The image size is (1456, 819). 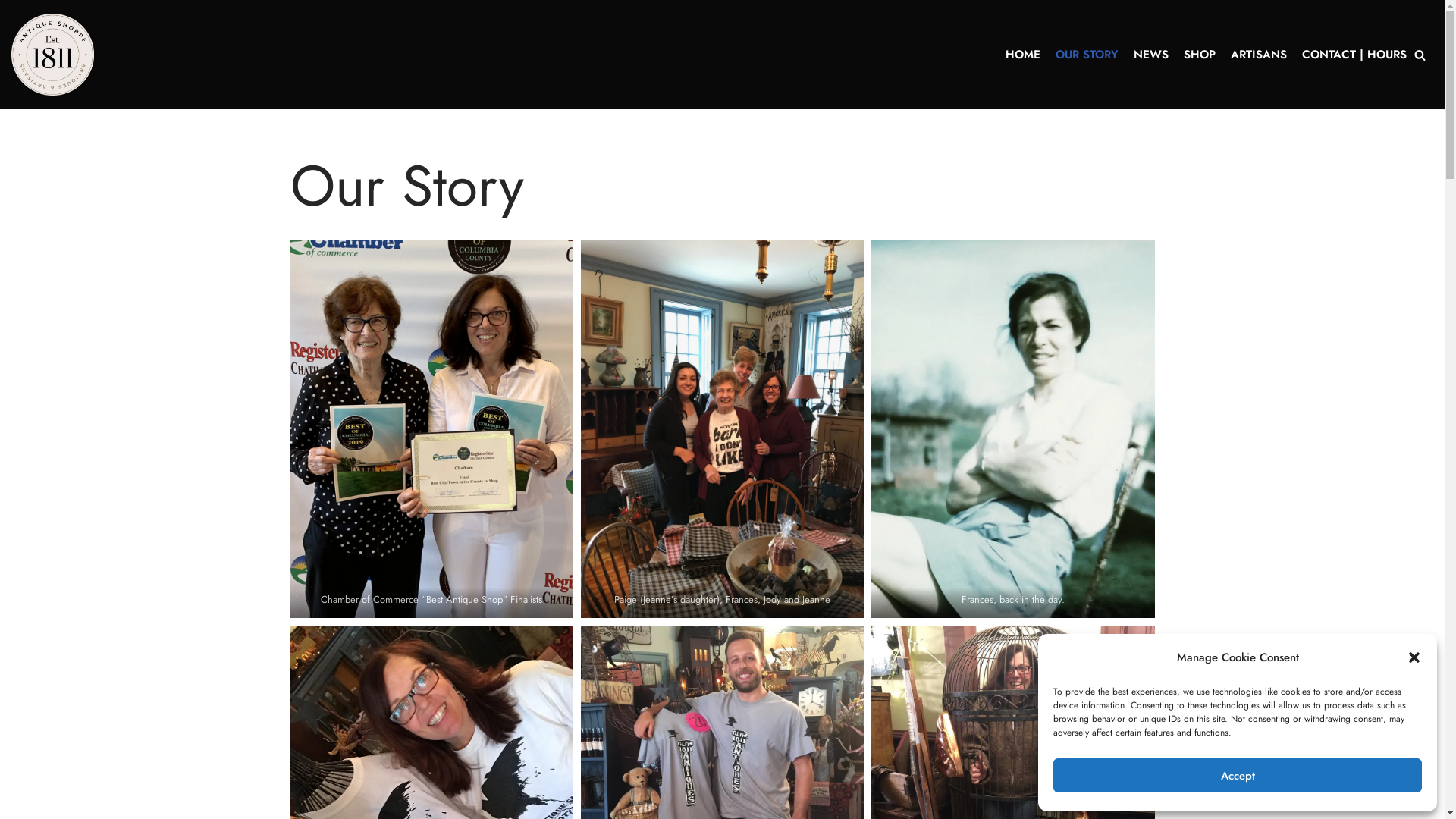 I want to click on 'NEWS', so click(x=1150, y=54).